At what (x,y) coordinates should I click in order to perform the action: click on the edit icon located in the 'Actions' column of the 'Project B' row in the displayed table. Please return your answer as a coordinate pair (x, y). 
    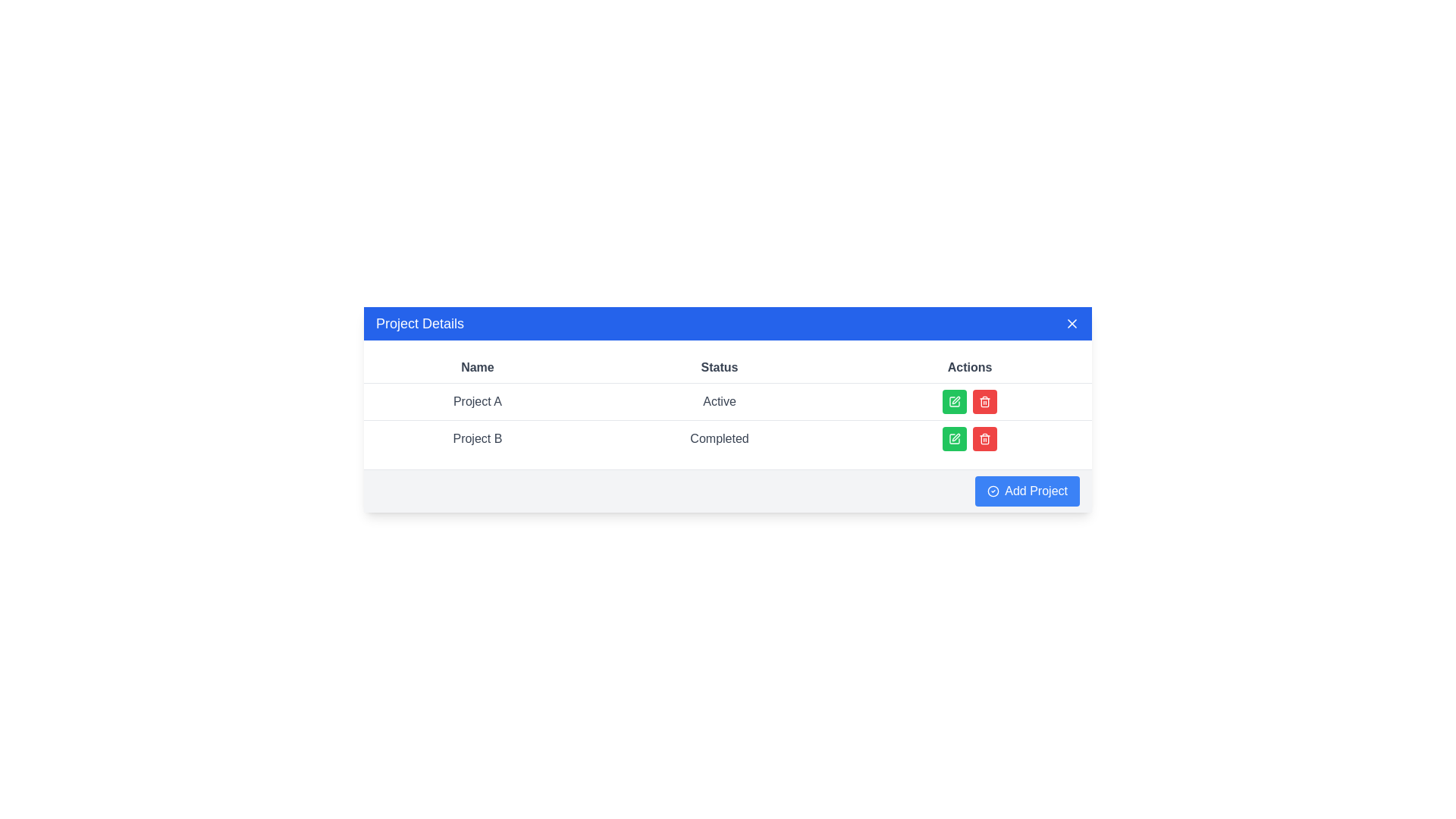
    Looking at the image, I should click on (955, 400).